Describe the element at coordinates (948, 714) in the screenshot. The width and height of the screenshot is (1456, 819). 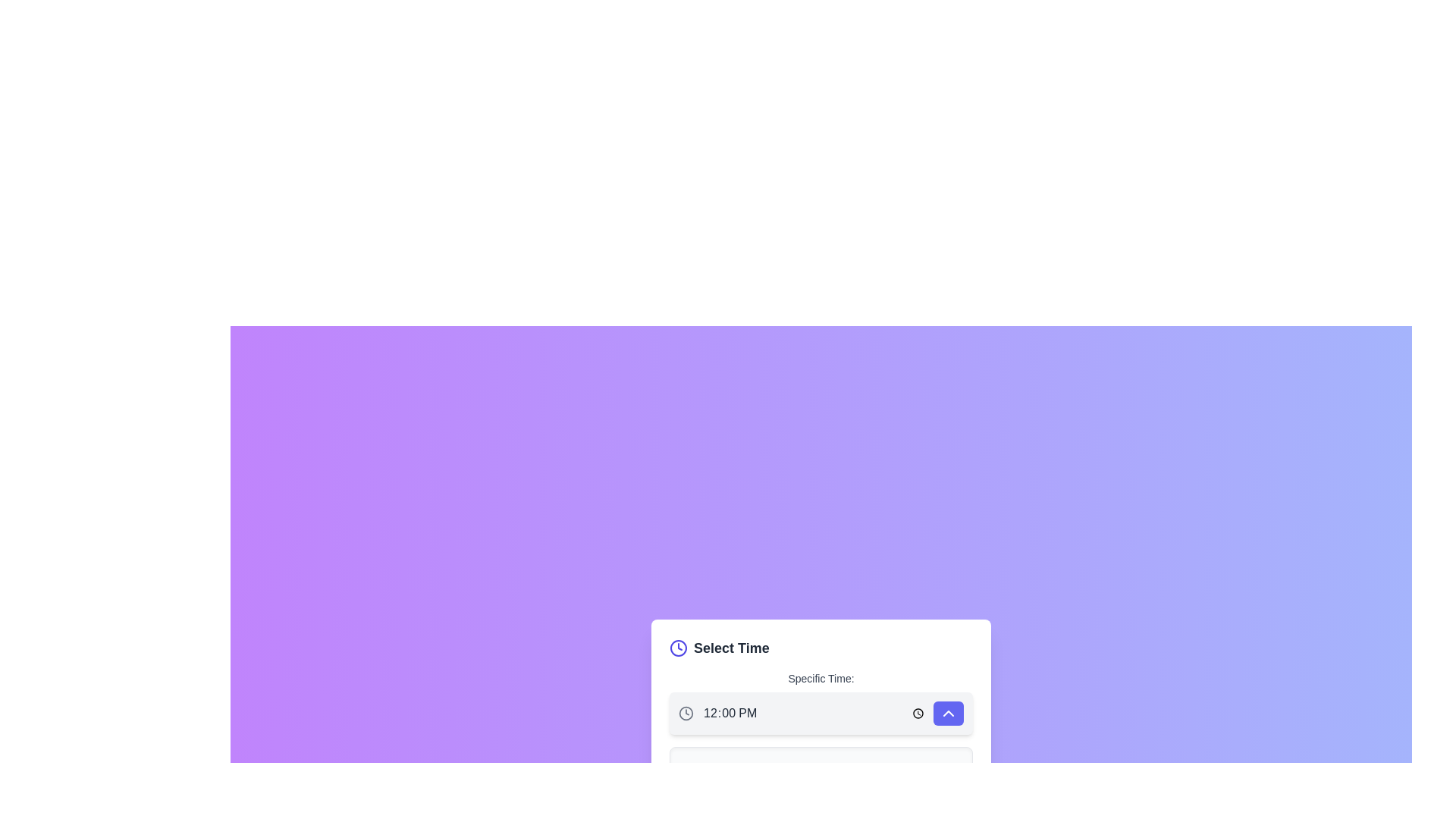
I see `the upward-pointing arrow icon located inside a small blue button adjacent to the numeric time display for more information` at that location.